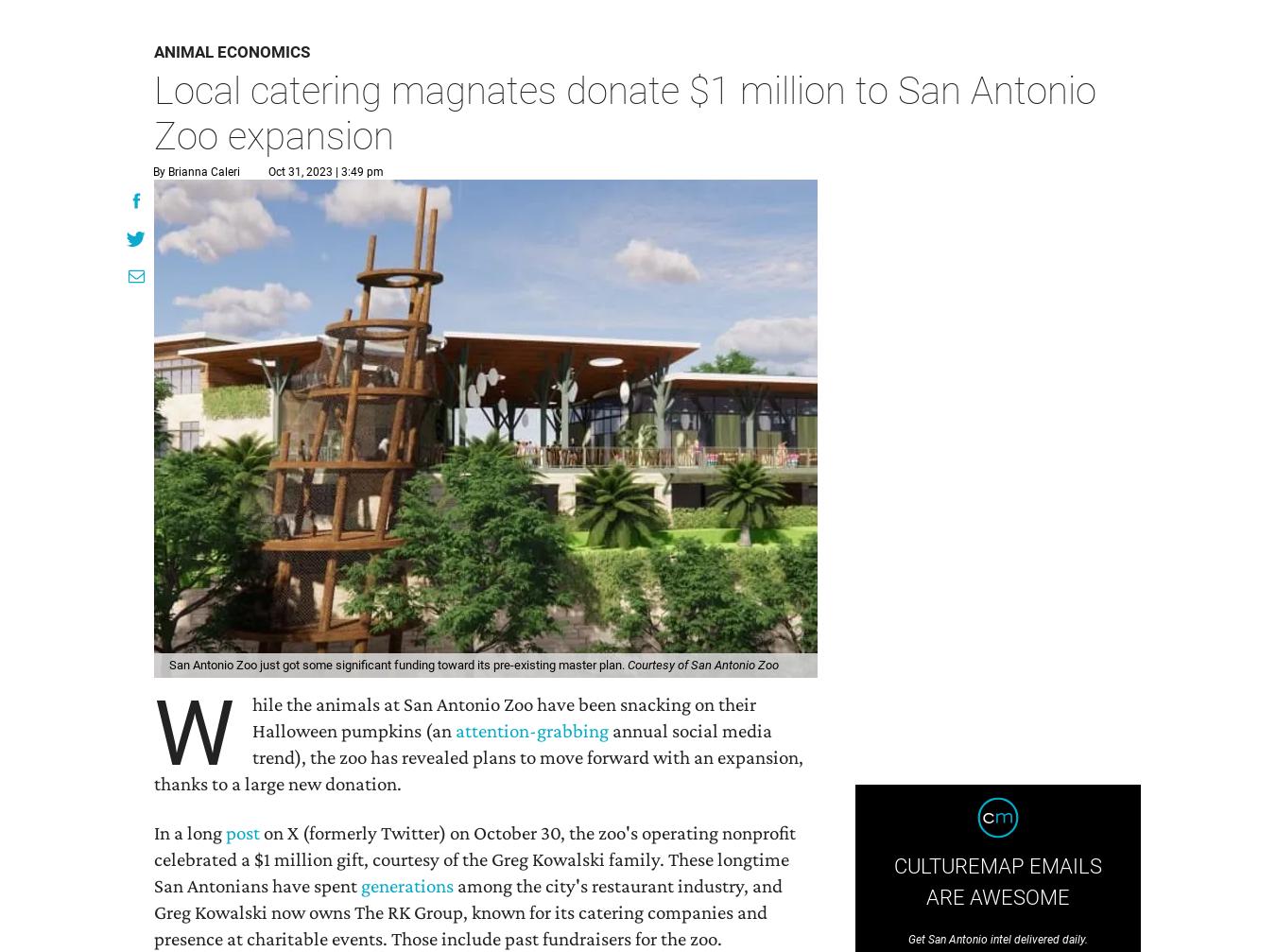  I want to click on 'post', so click(242, 831).